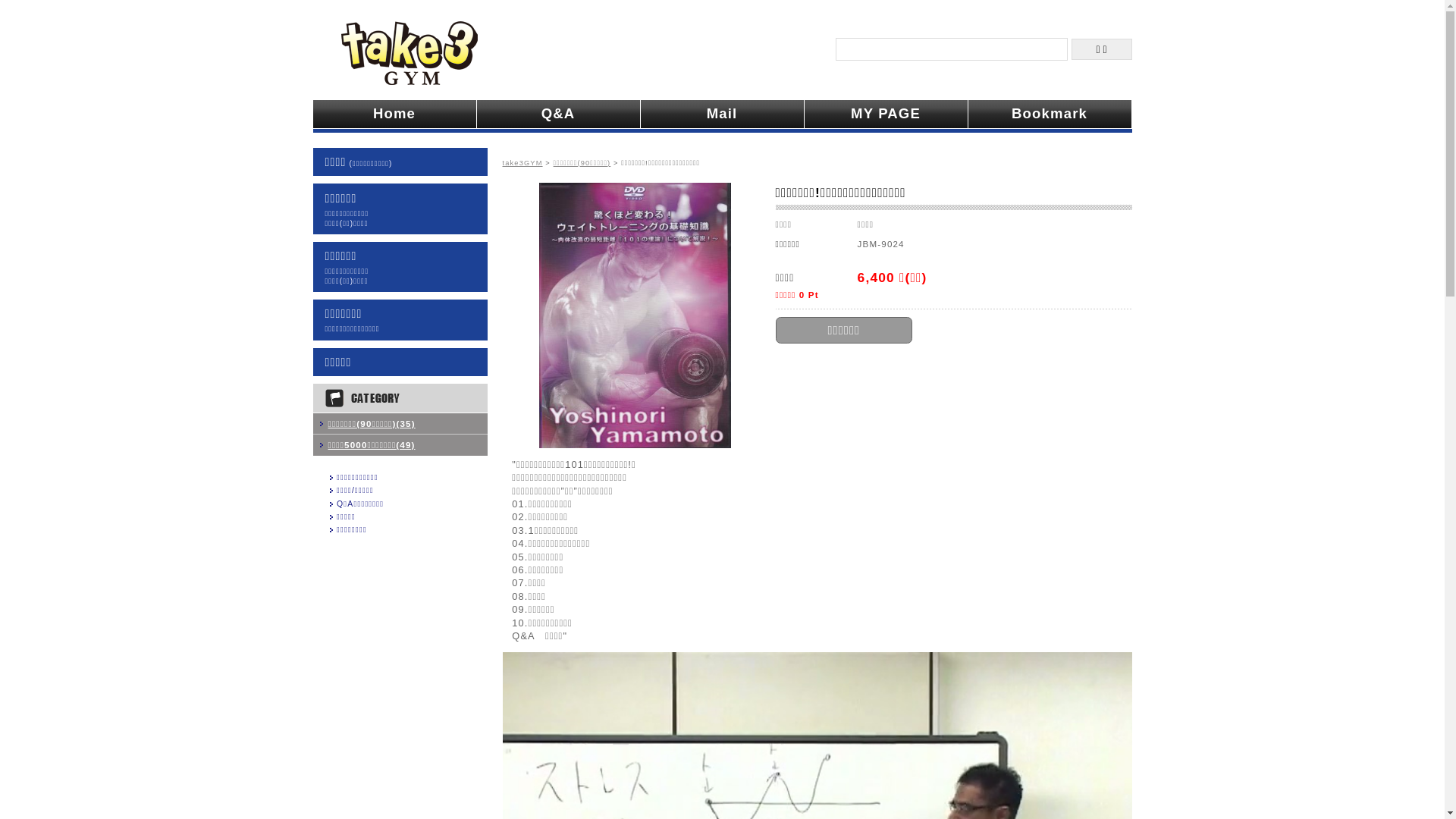 The height and width of the screenshot is (819, 1456). Describe the element at coordinates (885, 113) in the screenshot. I see `'MY PAGE'` at that location.